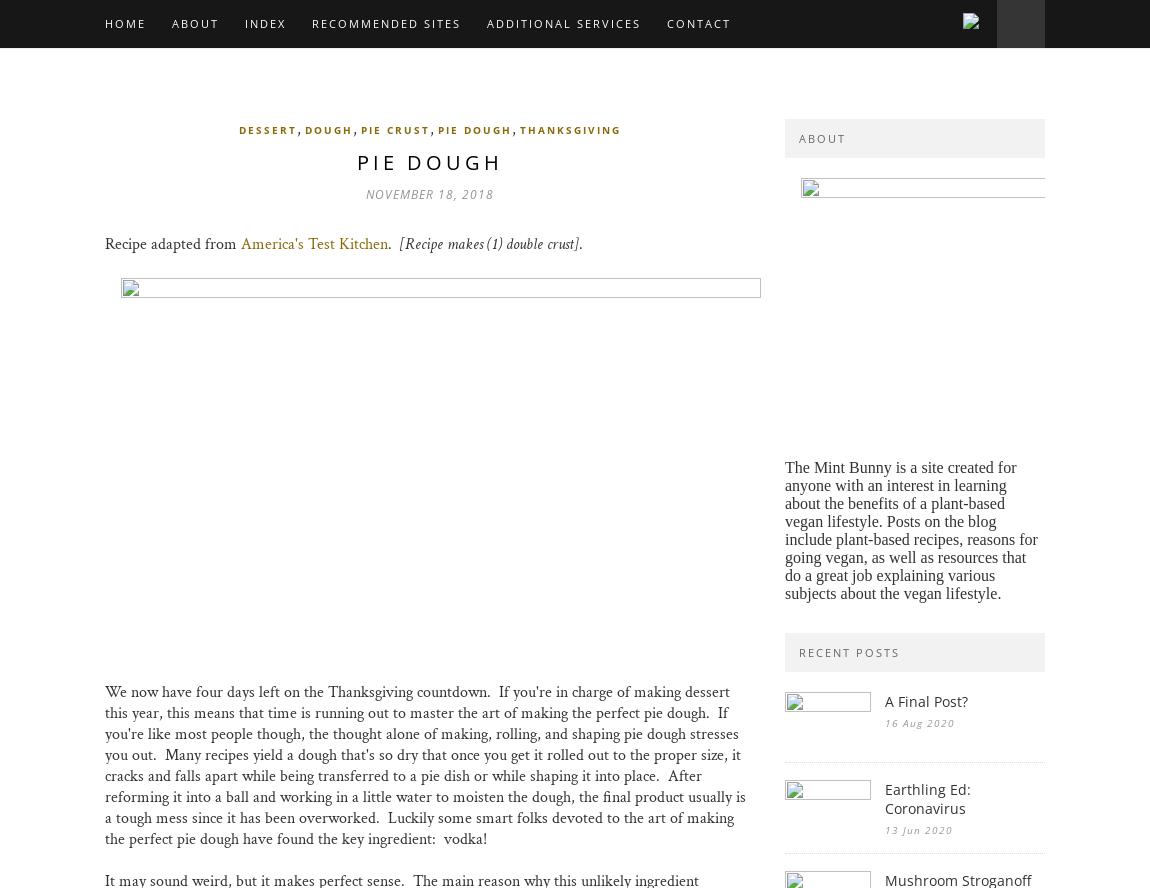 The width and height of the screenshot is (1150, 888). Describe the element at coordinates (395, 130) in the screenshot. I see `'pie crust'` at that location.